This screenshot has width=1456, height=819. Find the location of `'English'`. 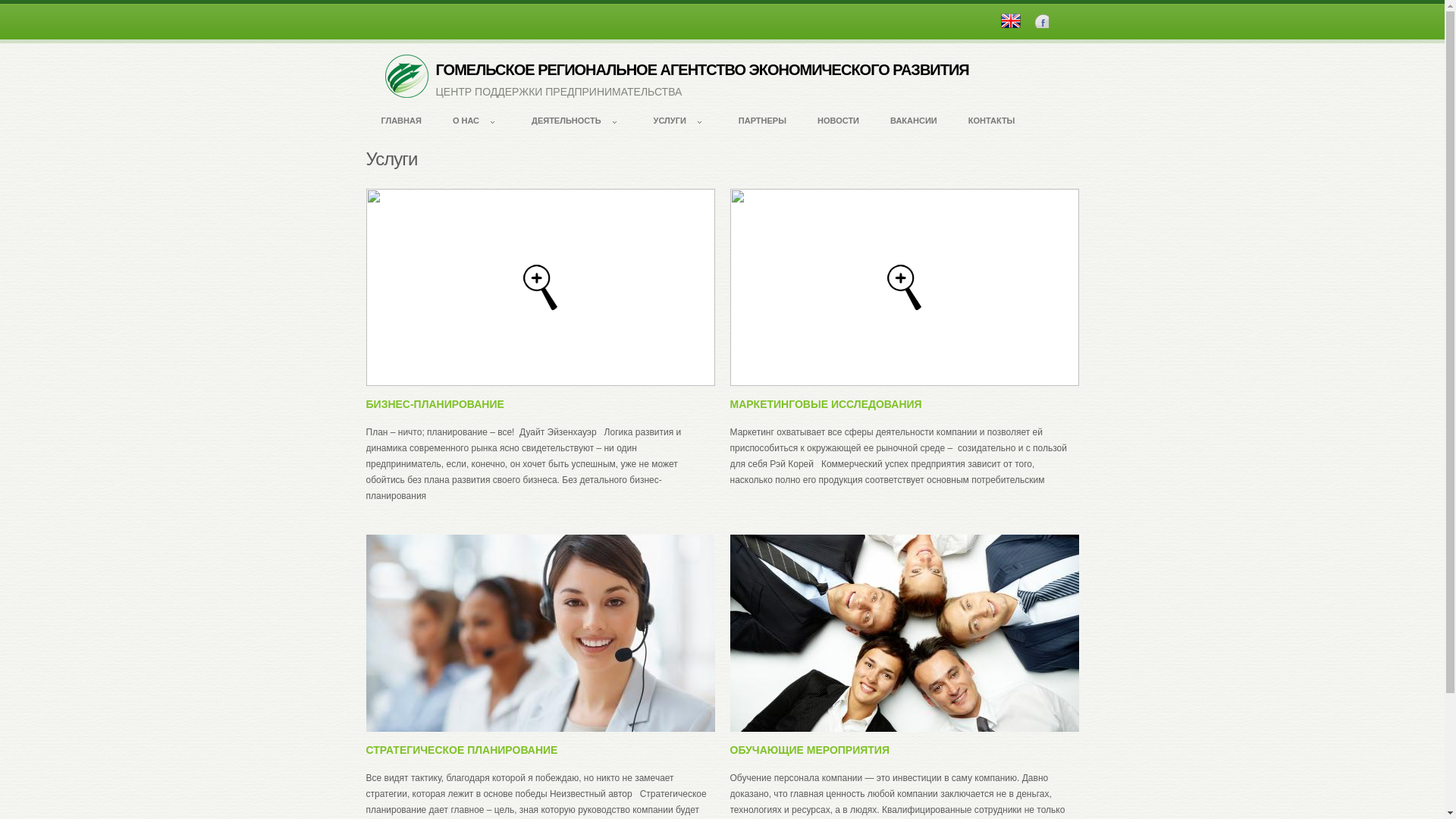

'English' is located at coordinates (1011, 20).